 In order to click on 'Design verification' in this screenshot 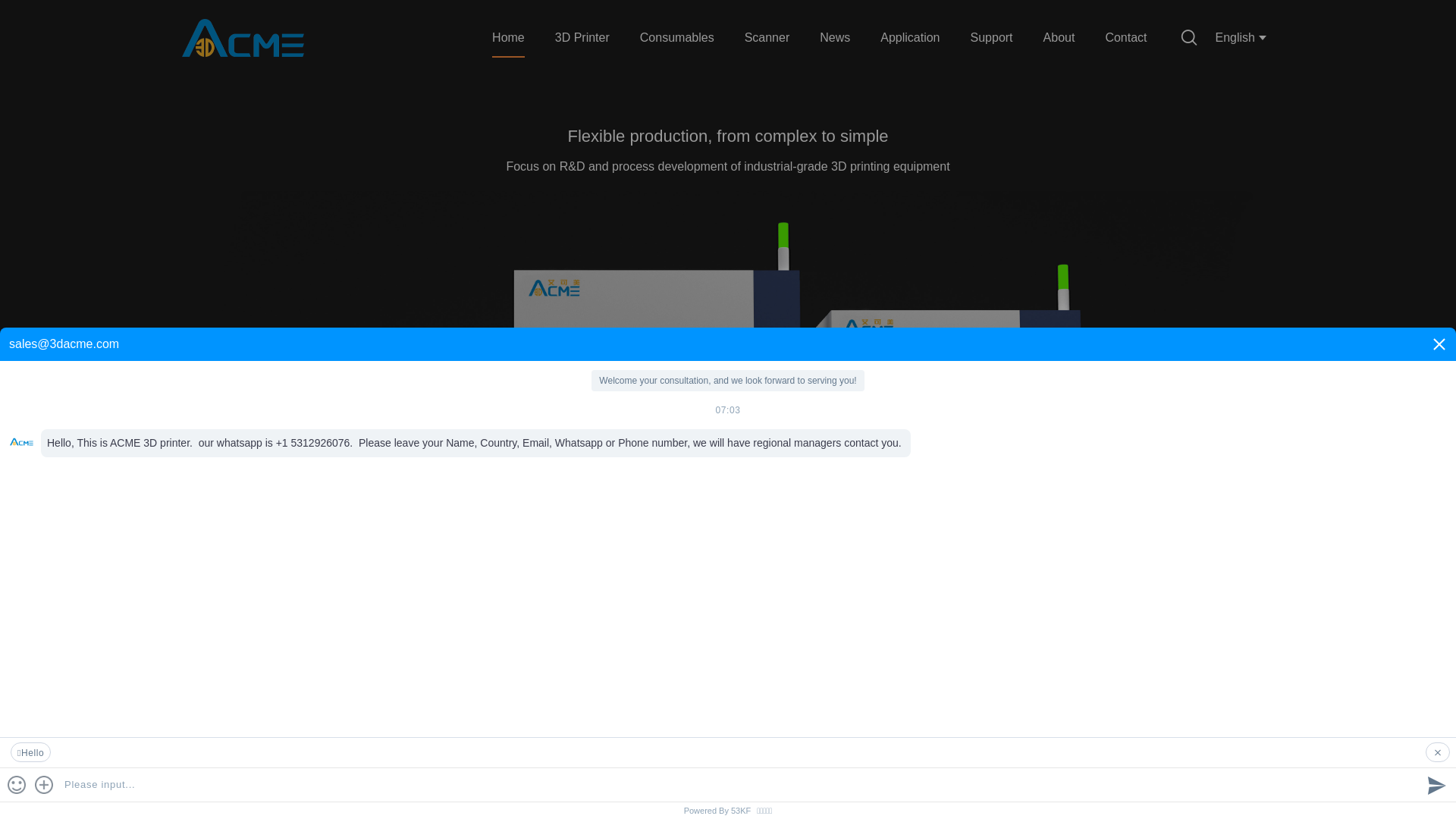, I will do `click(864, 780)`.